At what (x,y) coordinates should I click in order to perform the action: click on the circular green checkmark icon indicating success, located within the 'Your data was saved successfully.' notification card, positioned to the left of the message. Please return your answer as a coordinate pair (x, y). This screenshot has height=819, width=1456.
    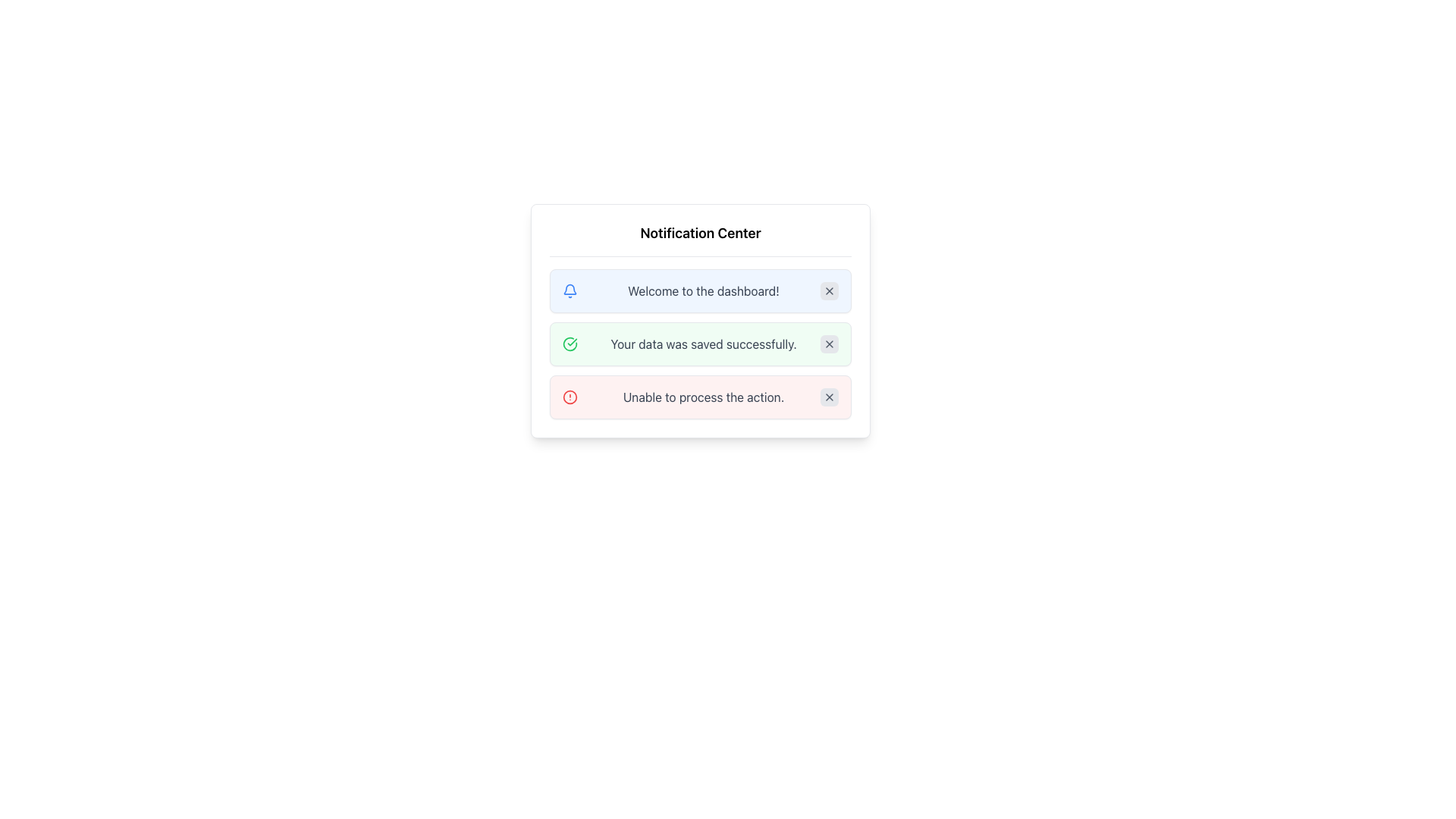
    Looking at the image, I should click on (570, 344).